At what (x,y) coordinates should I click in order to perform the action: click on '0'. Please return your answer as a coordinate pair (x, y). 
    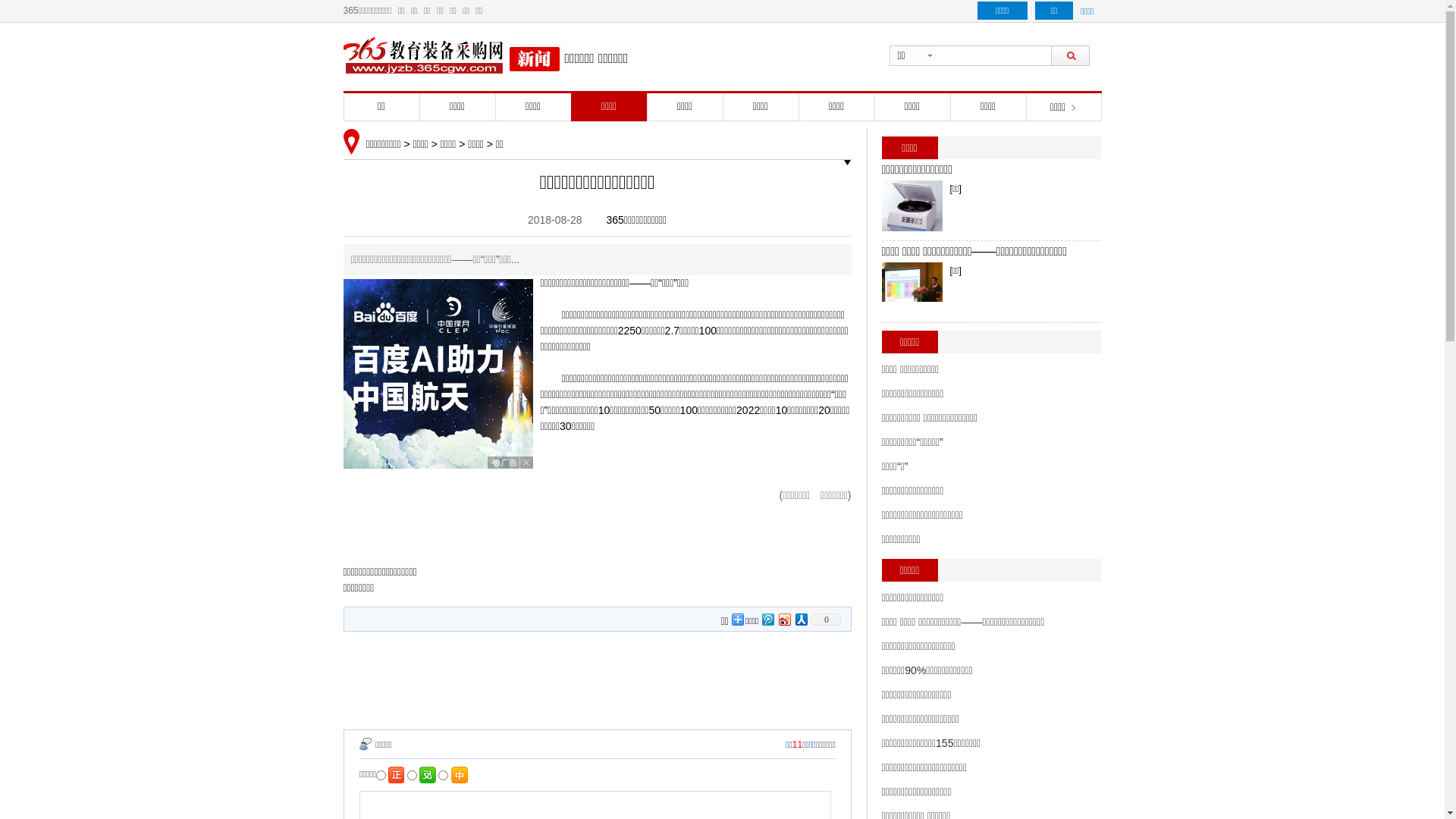
    Looking at the image, I should click on (823, 620).